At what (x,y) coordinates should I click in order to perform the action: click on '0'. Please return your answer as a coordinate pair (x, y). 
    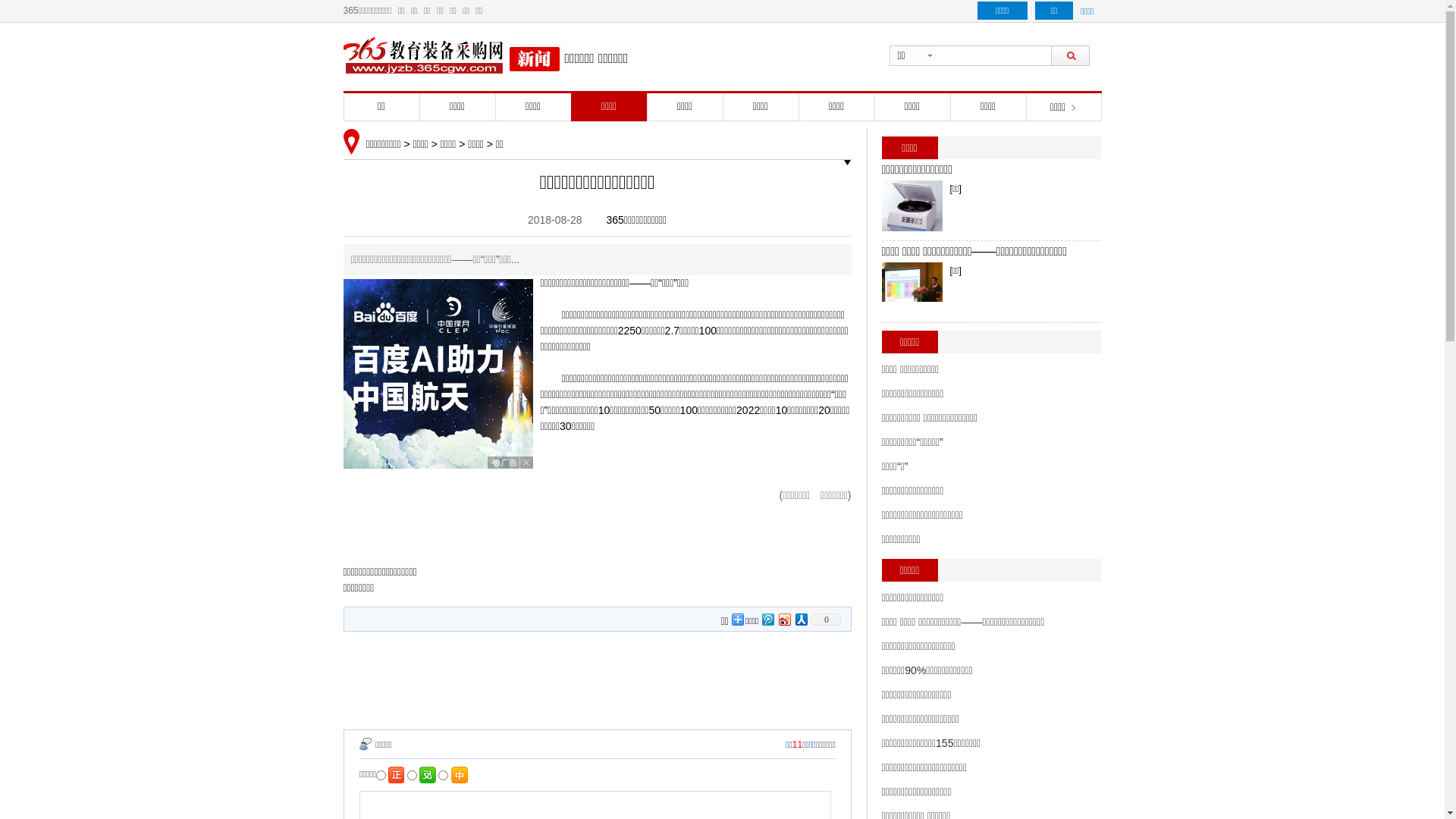
    Looking at the image, I should click on (823, 620).